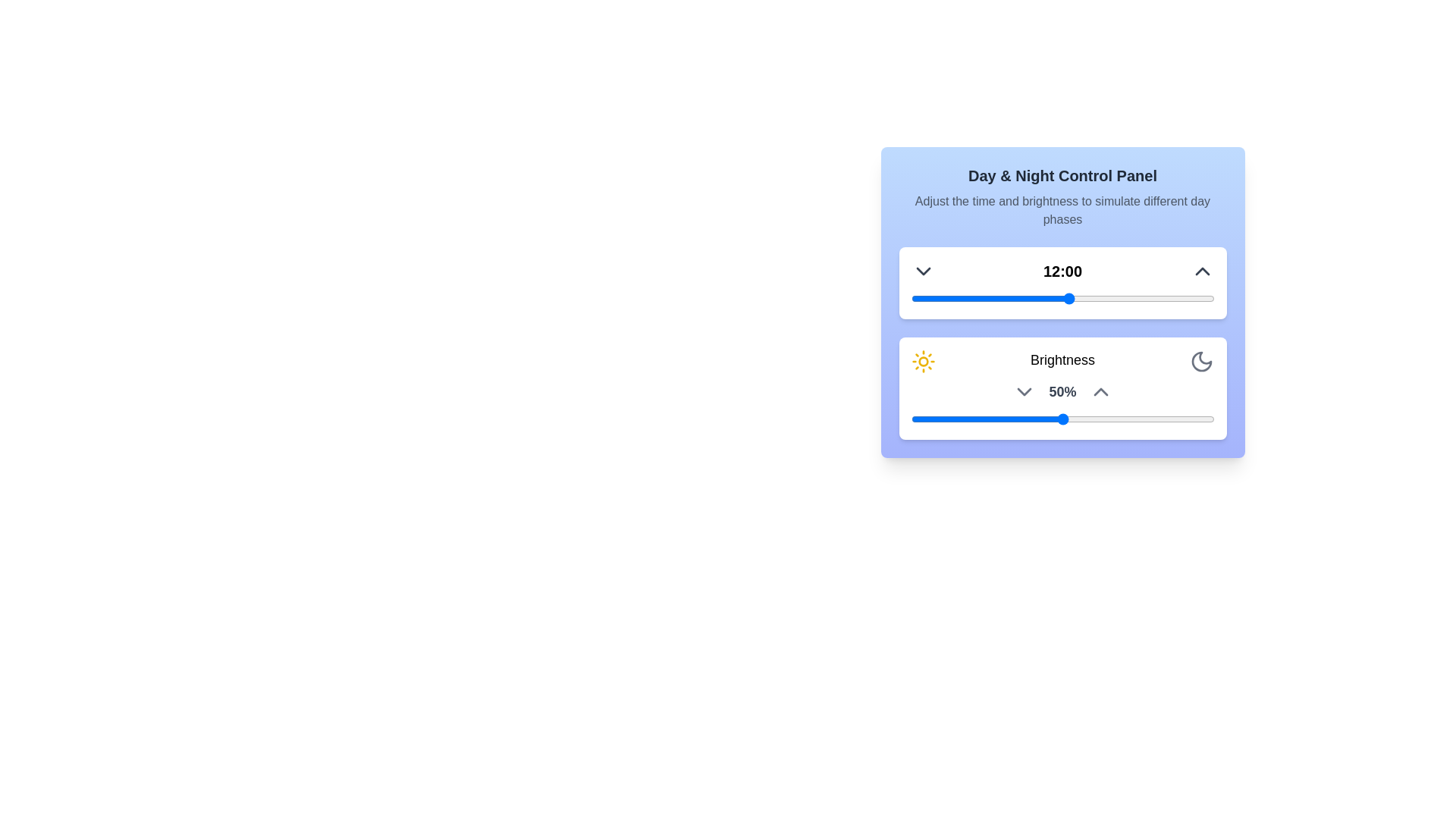 The height and width of the screenshot is (819, 1456). I want to click on the text display showing '50%' in bold and large font, located in the lower section of the 'Brightness' card within the 'Day & Night Control Panel', positioned between the up and down arrow icons, so click(1062, 391).